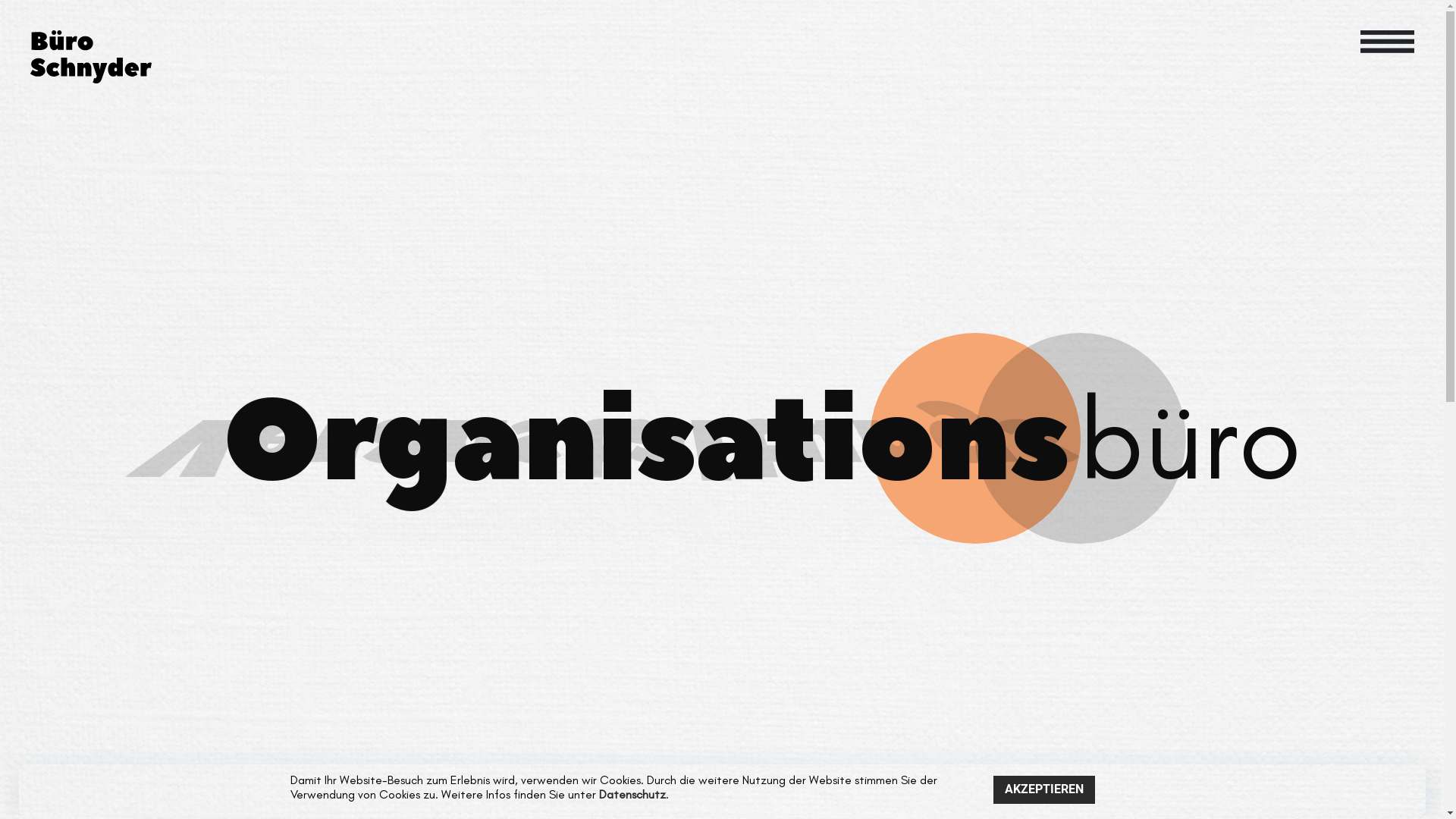 This screenshot has width=1456, height=819. I want to click on 'AKZEPTIEREN', so click(993, 789).